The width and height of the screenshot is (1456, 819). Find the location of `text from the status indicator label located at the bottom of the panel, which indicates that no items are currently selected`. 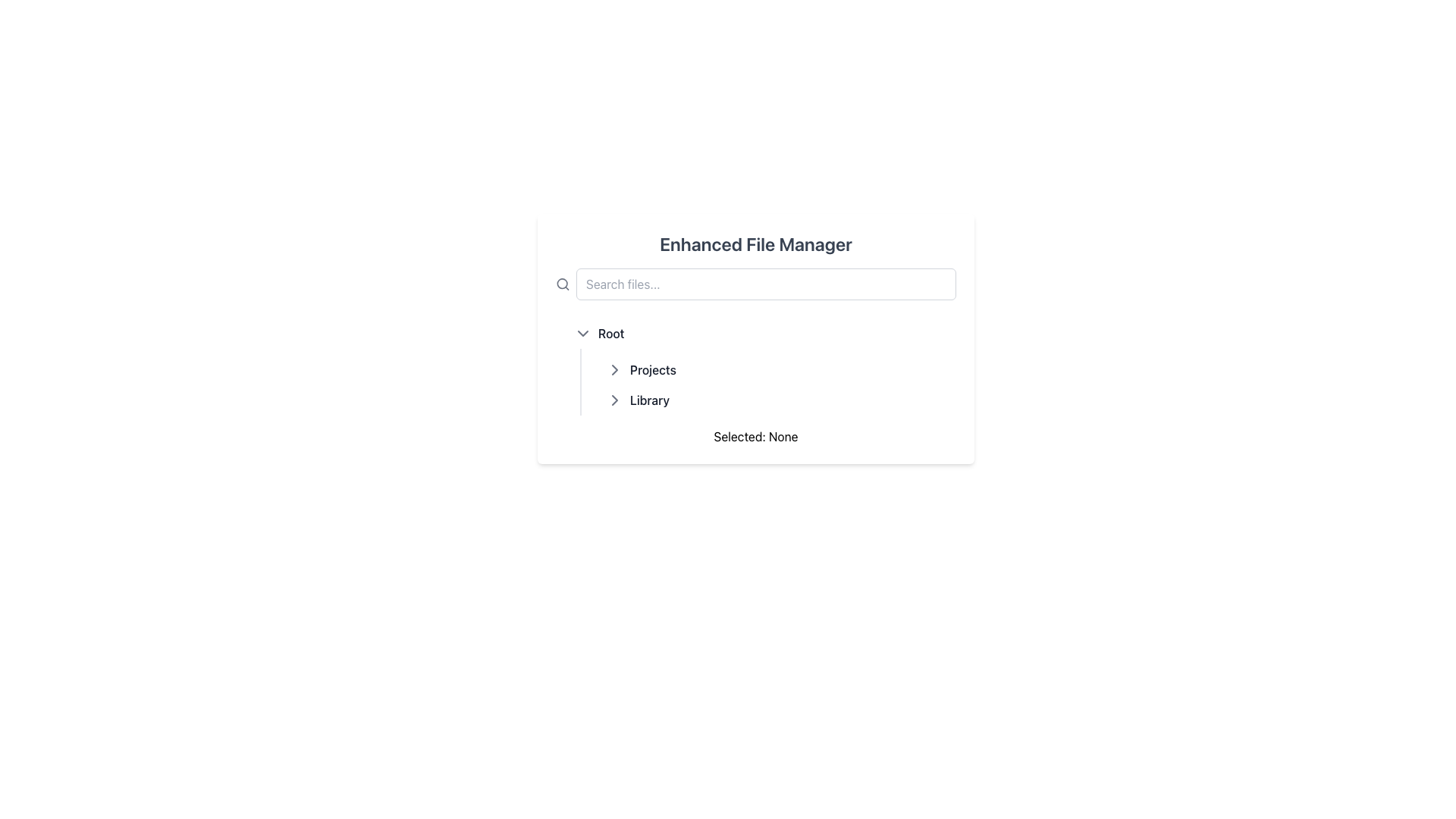

text from the status indicator label located at the bottom of the panel, which indicates that no items are currently selected is located at coordinates (756, 436).